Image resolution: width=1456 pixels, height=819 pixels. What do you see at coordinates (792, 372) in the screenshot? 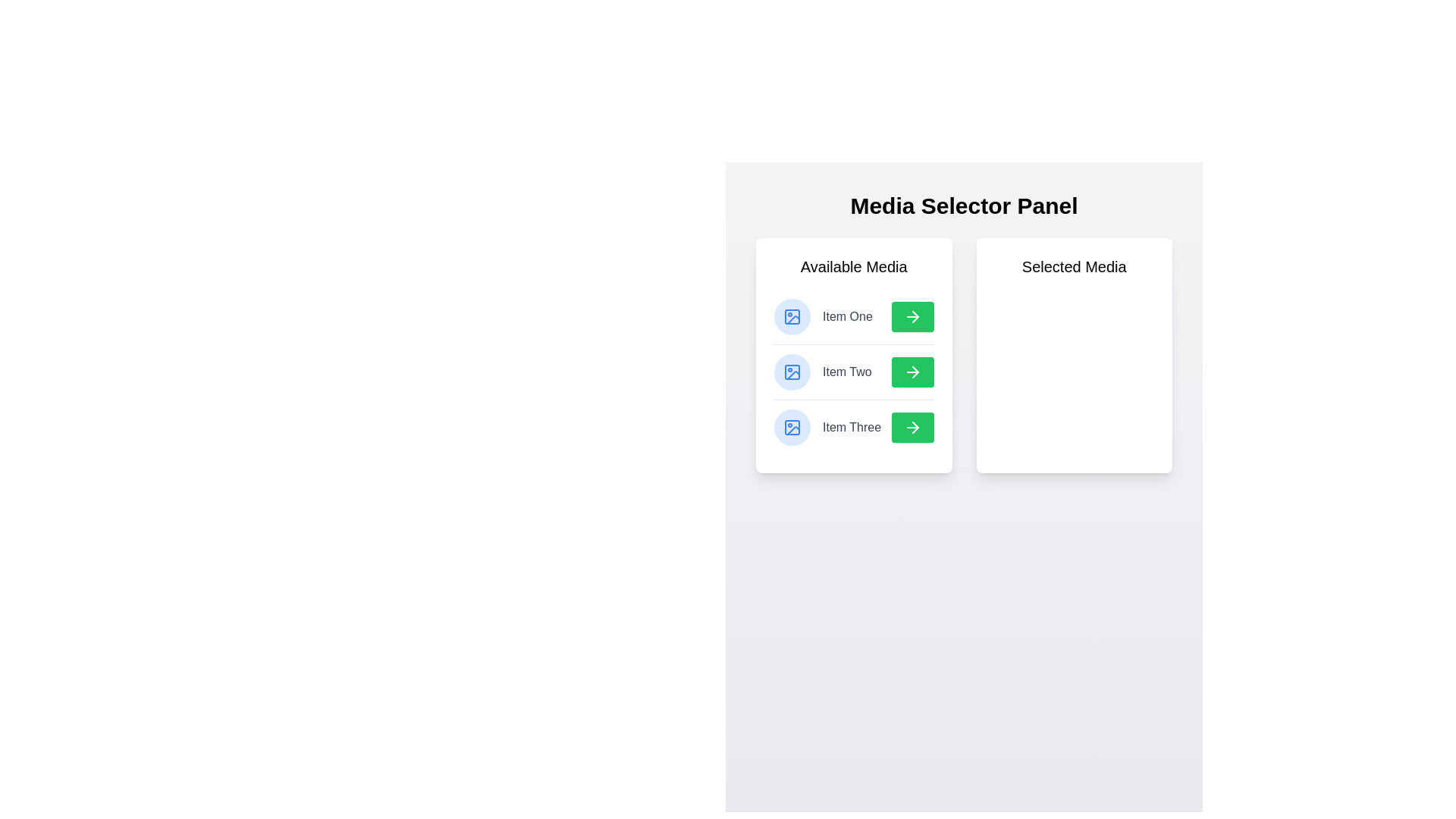
I see `the circular icon with a blue background and a white border that contains a photo frame symbol, located to the left of the text label 'Item Two' in the 'Available Media' section` at bounding box center [792, 372].